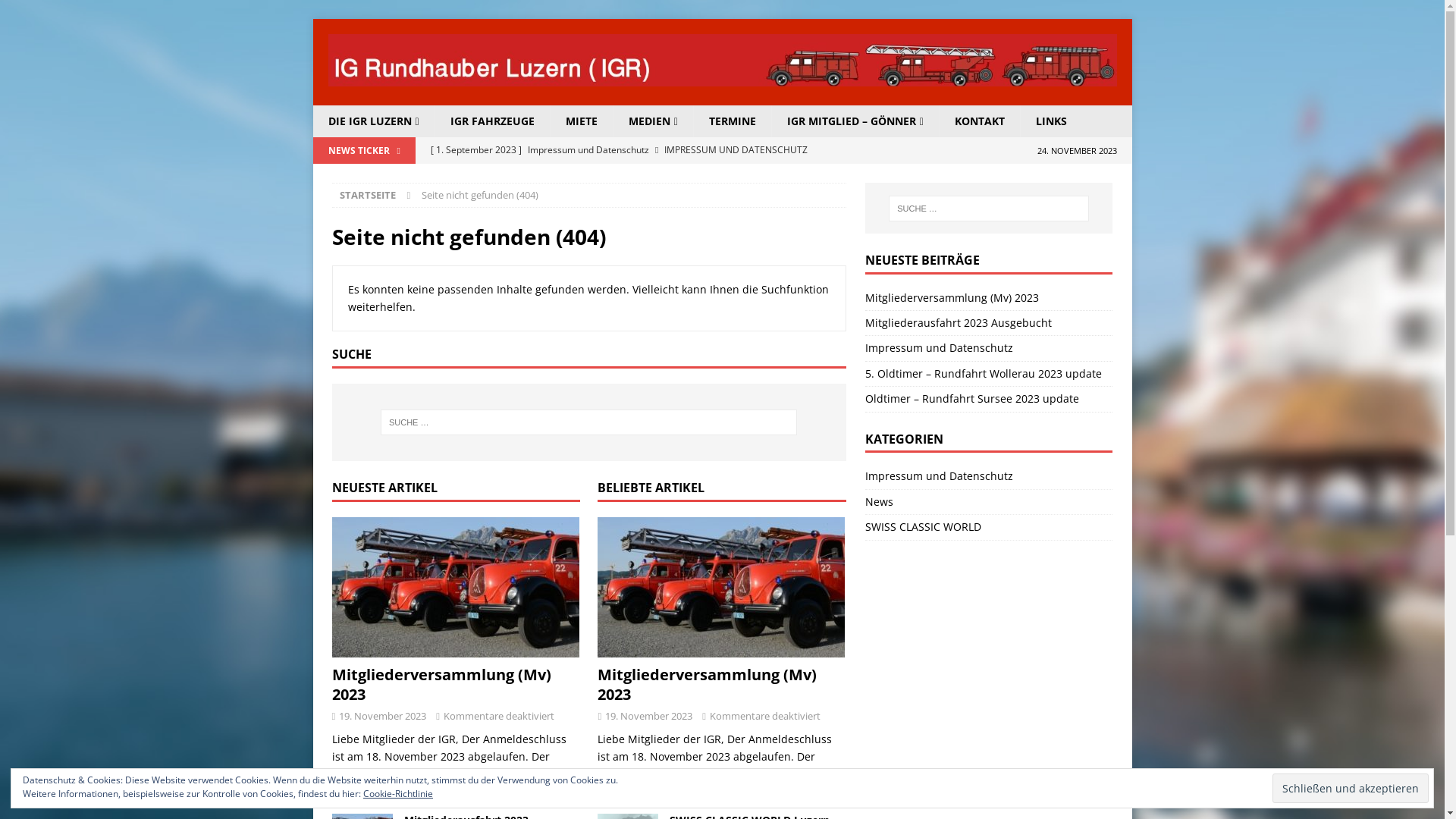 This screenshot has width=1456, height=819. I want to click on 'KONTAKT', so click(938, 120).